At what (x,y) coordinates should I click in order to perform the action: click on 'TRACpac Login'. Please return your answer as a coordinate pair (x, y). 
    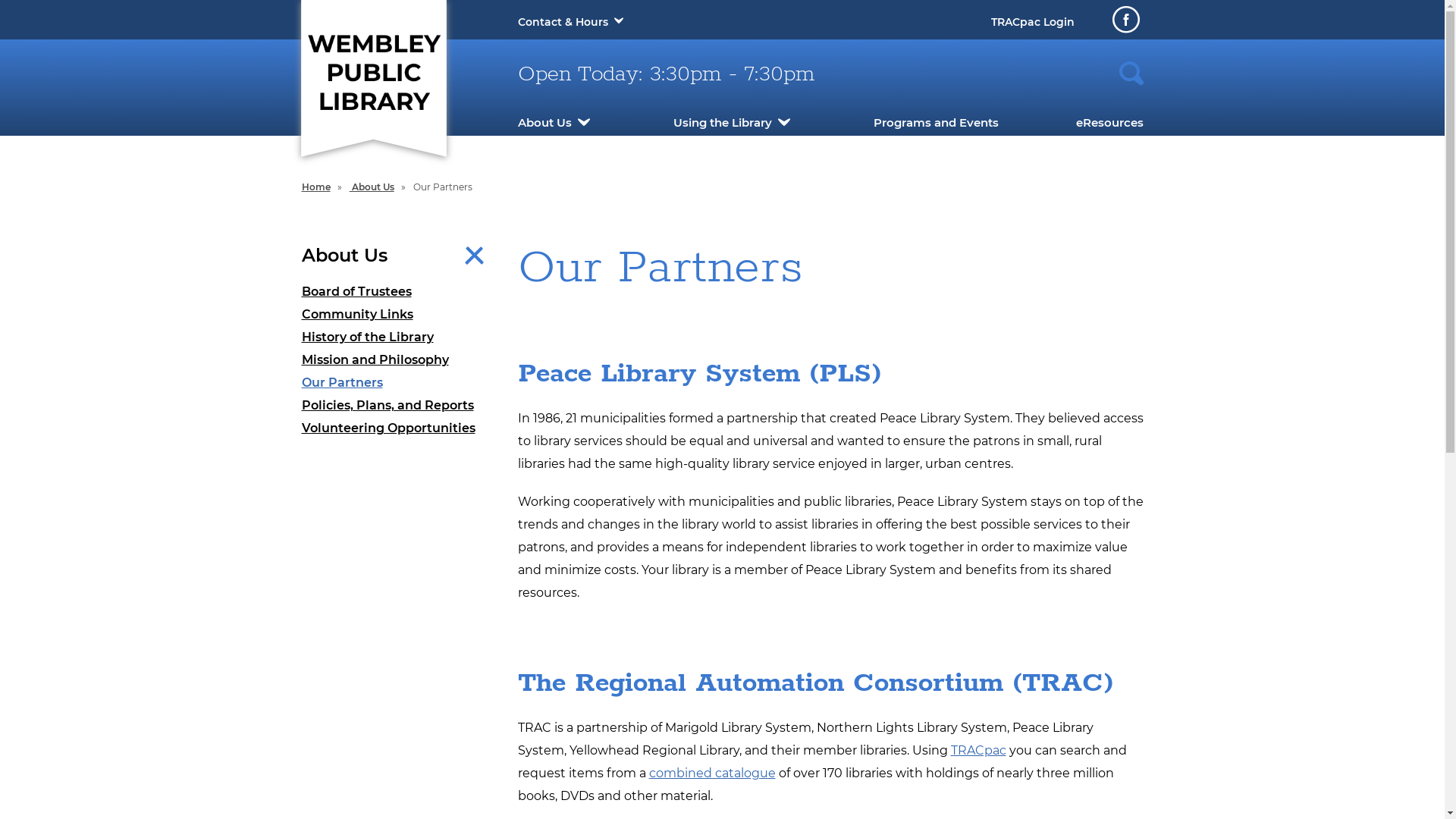
    Looking at the image, I should click on (1031, 22).